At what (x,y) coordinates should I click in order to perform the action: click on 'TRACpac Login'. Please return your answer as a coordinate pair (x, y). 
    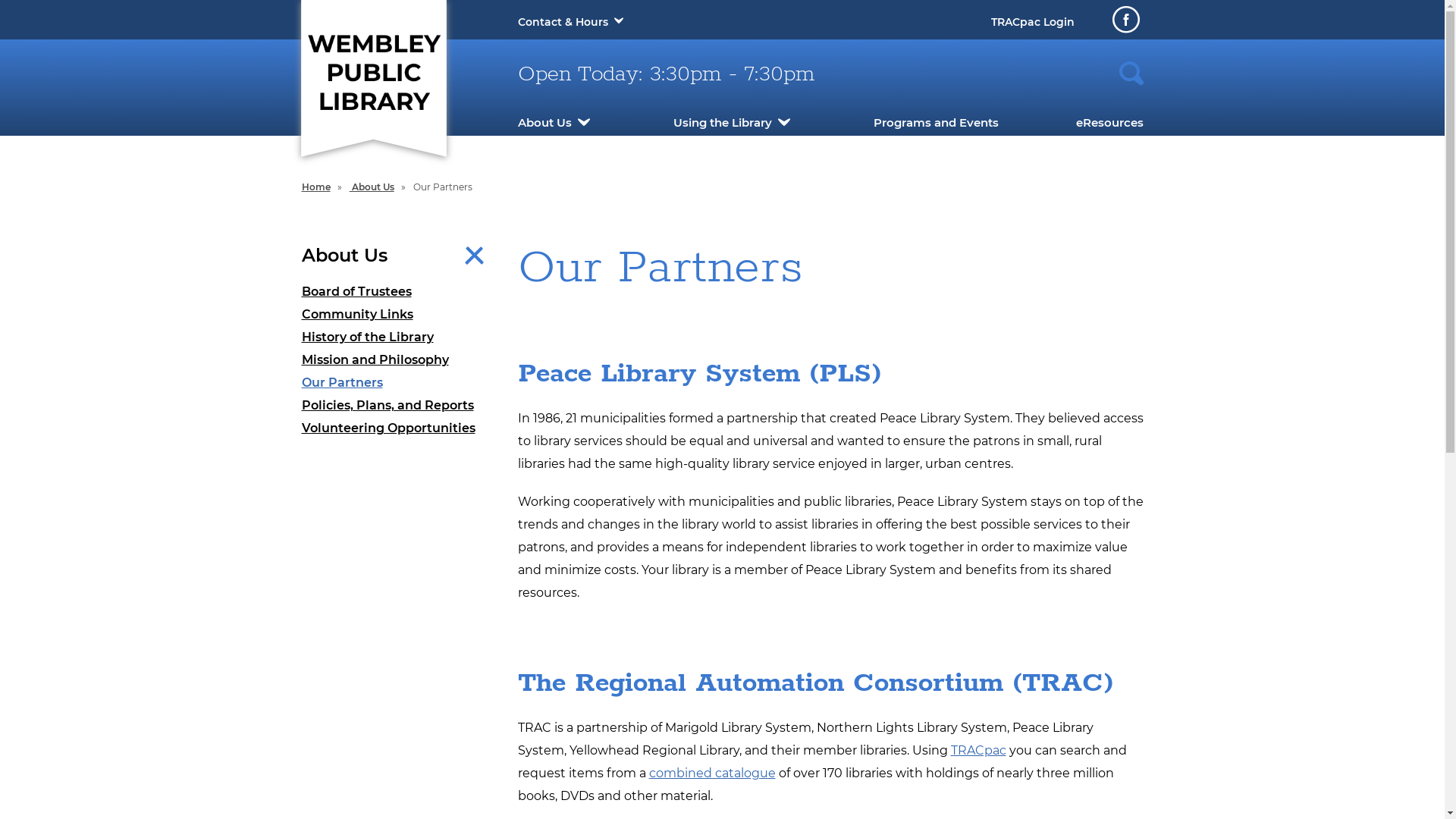
    Looking at the image, I should click on (1031, 22).